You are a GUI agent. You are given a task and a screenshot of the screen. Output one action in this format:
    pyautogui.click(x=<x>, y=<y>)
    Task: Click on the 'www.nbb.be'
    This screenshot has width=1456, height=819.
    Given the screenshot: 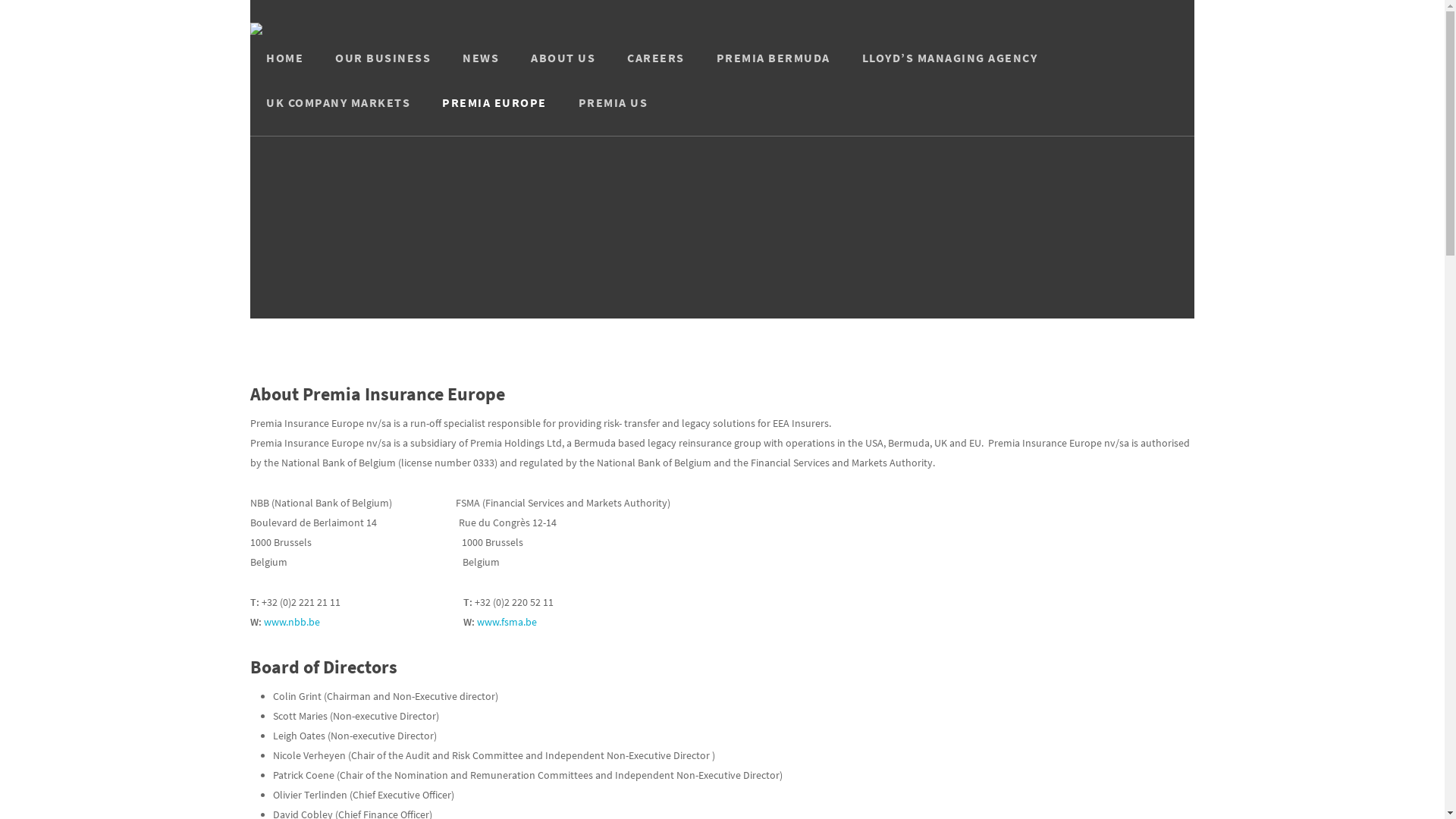 What is the action you would take?
    pyautogui.click(x=291, y=622)
    